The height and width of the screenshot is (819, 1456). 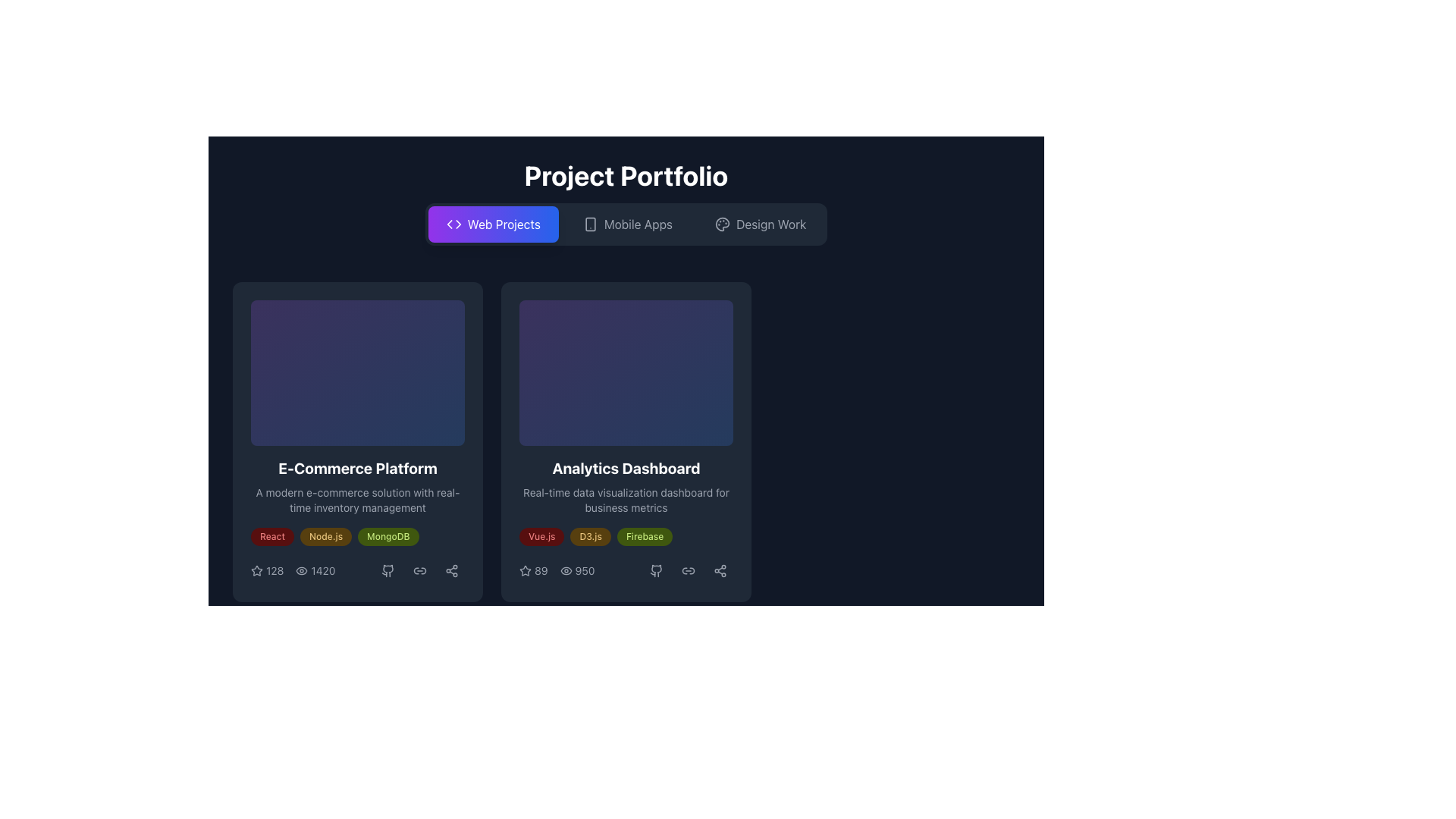 I want to click on the Image Box representing the 'E-Commerce Platform' project, which is the first card in the grid of projects, so click(x=356, y=373).